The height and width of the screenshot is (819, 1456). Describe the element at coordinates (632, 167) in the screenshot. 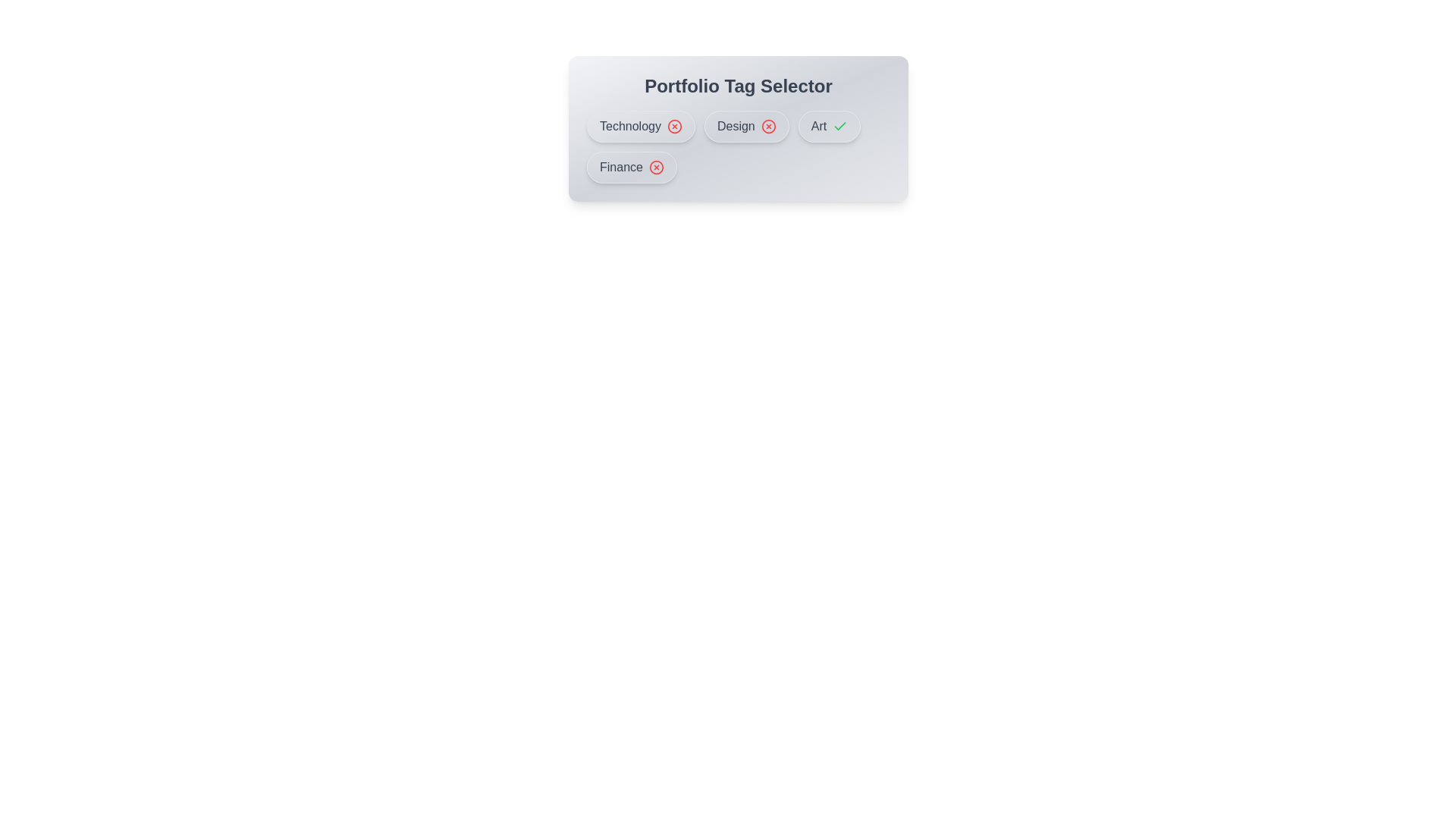

I see `the tag Finance` at that location.